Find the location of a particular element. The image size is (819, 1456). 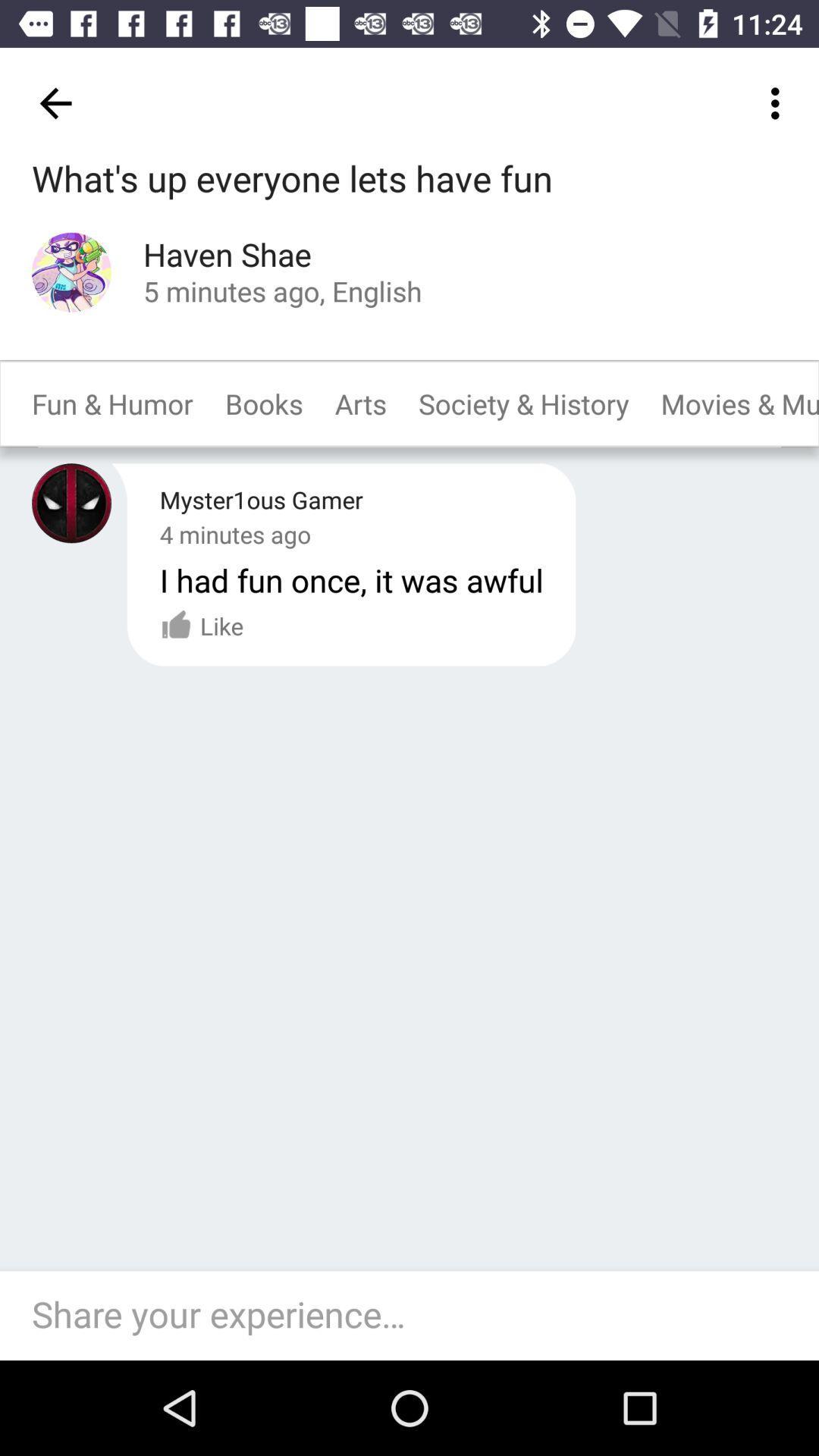

this persons profile is located at coordinates (71, 272).